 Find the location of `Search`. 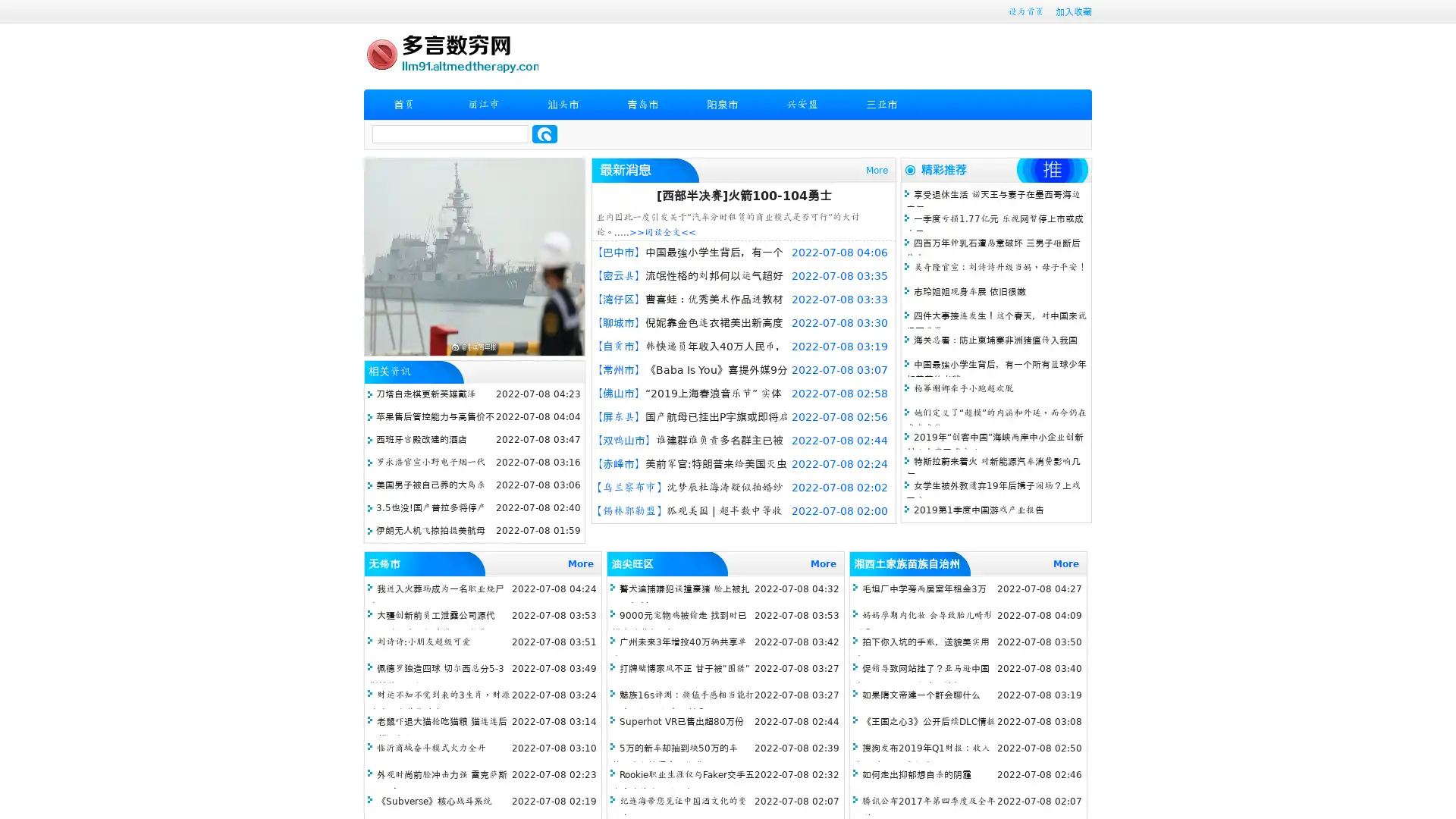

Search is located at coordinates (544, 133).